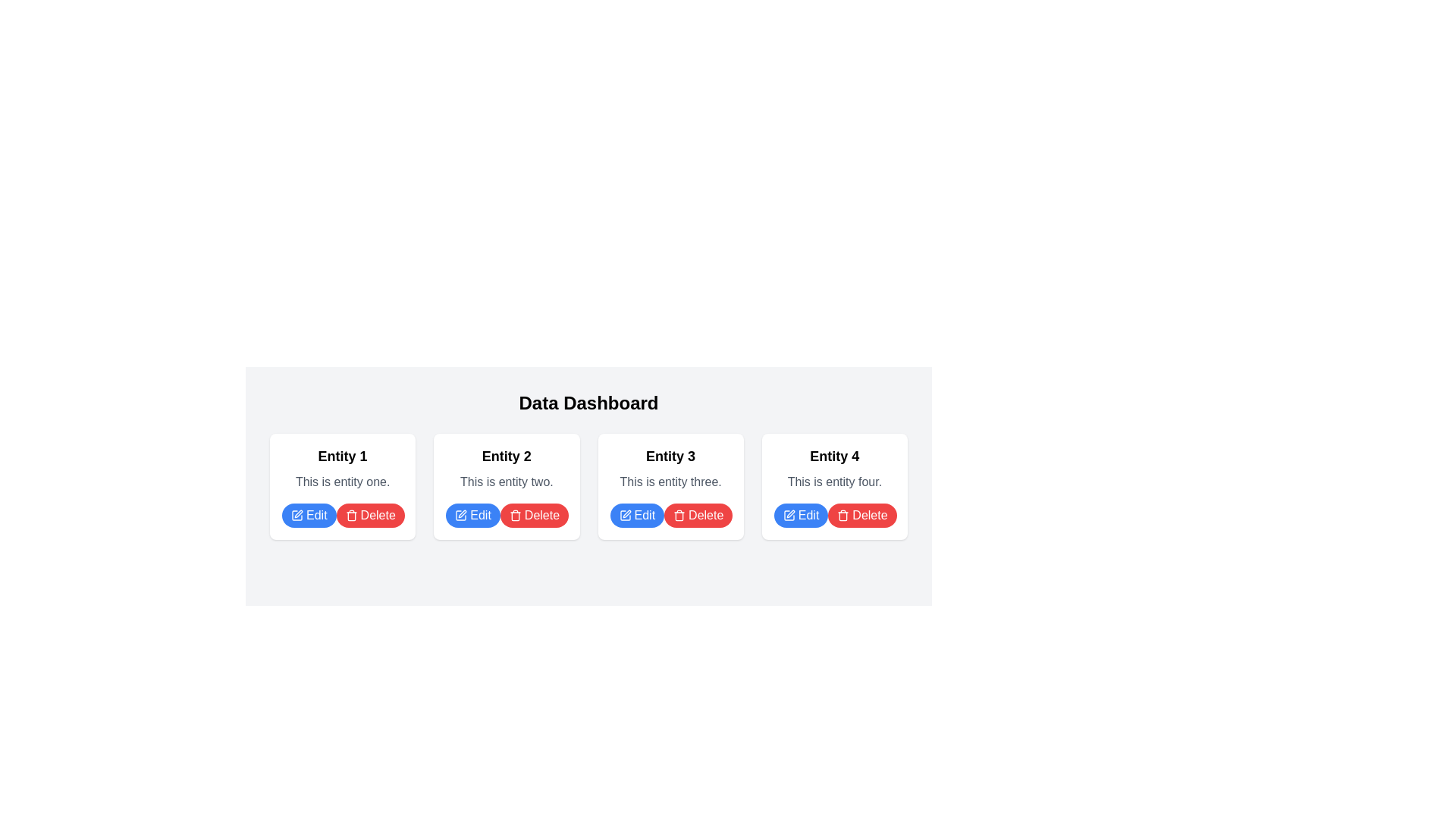 The height and width of the screenshot is (819, 1456). What do you see at coordinates (833, 482) in the screenshot?
I see `the text label providing information about 'Entity 4' located in the card beneath the title 'Entity 4' and above the action buttons 'Edit' and 'Delete'` at bounding box center [833, 482].